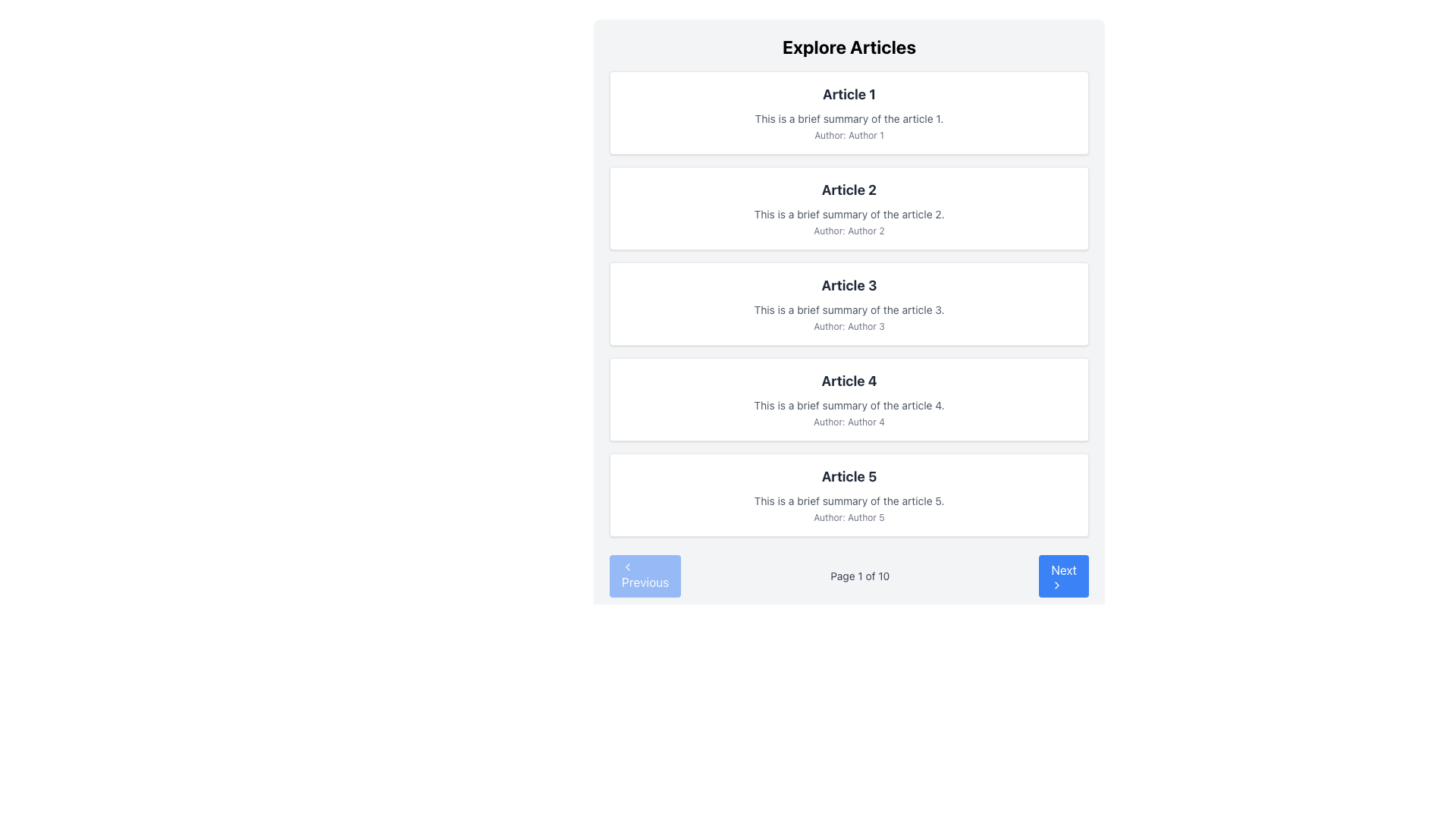 The width and height of the screenshot is (1456, 819). I want to click on the text element displaying 'Page 1 of 10', which is located at the bottom center of the interface, between the 'Previous' and 'Next' buttons, so click(860, 576).